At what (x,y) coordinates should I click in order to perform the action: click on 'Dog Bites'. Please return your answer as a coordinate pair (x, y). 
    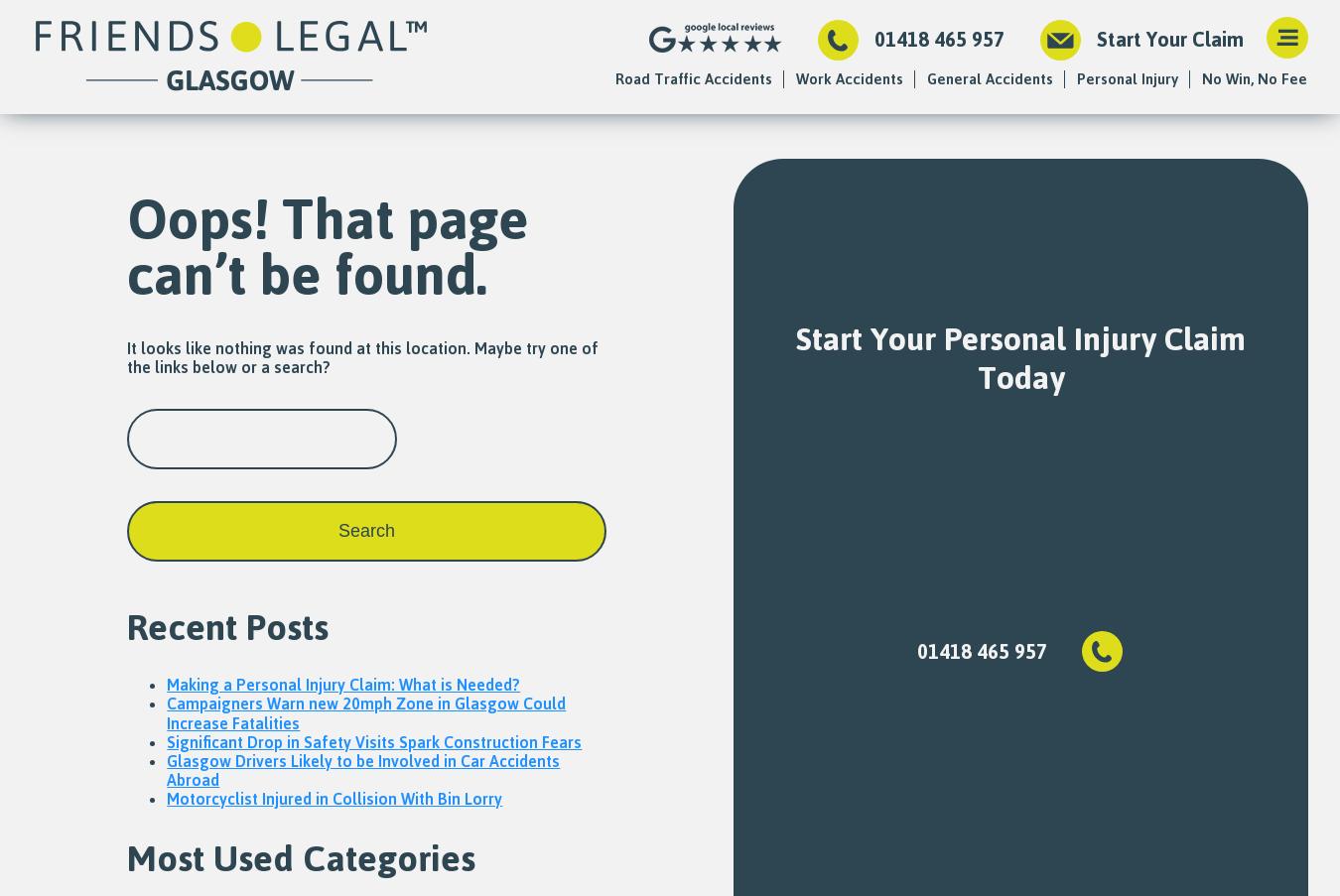
    Looking at the image, I should click on (959, 447).